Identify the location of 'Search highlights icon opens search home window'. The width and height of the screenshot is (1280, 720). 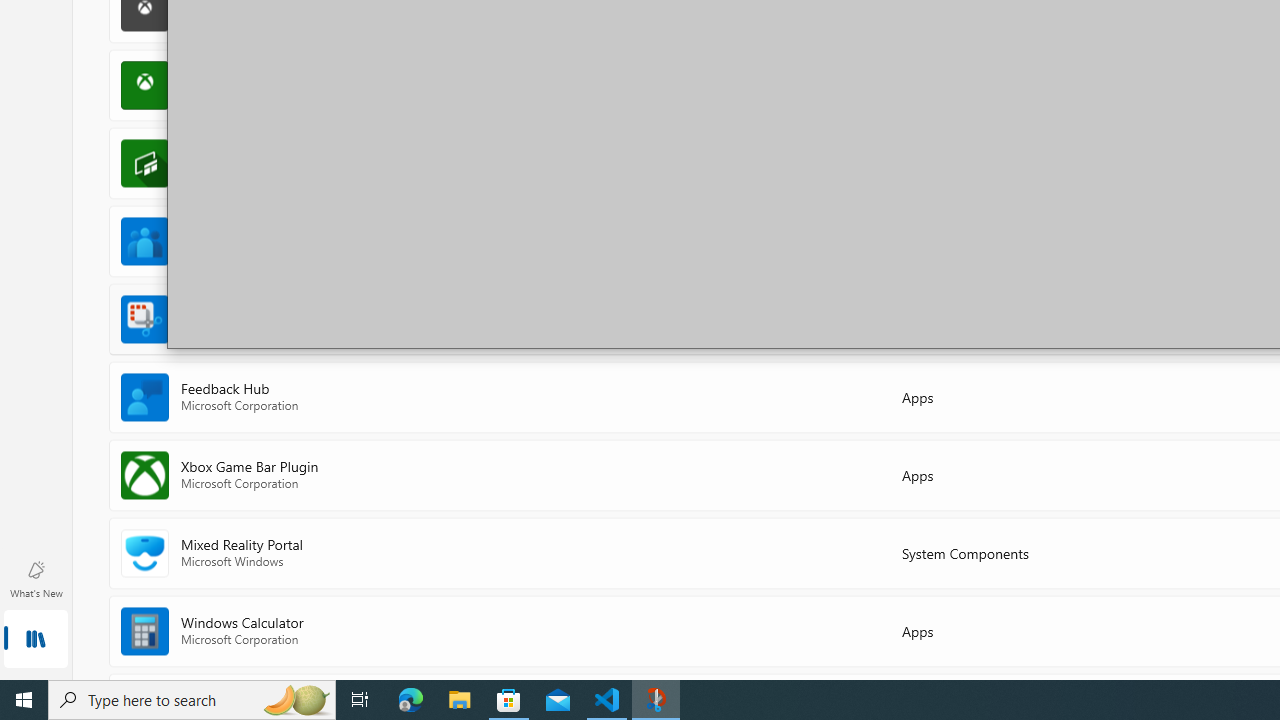
(294, 698).